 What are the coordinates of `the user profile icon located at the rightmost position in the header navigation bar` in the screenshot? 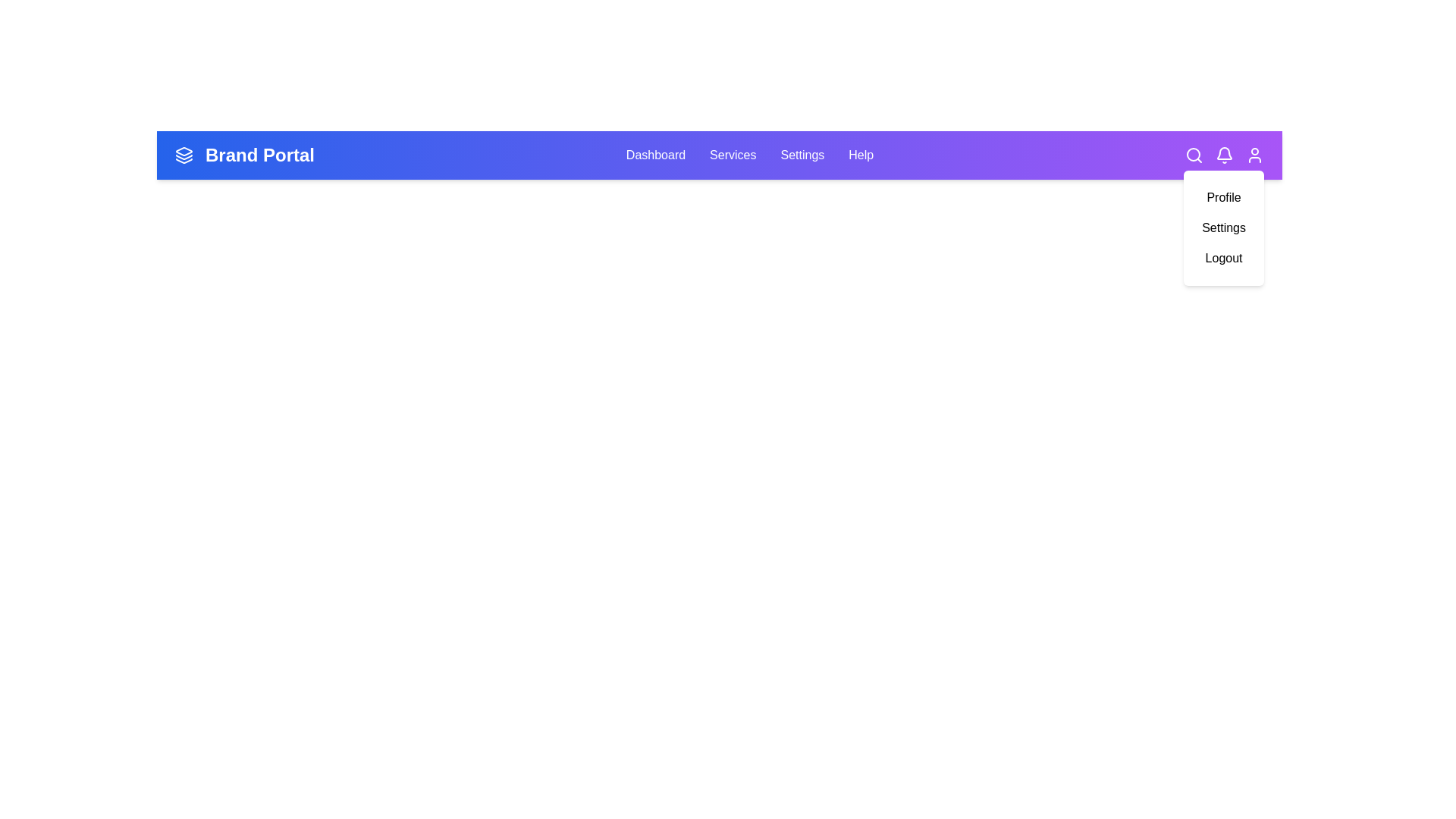 It's located at (1255, 155).